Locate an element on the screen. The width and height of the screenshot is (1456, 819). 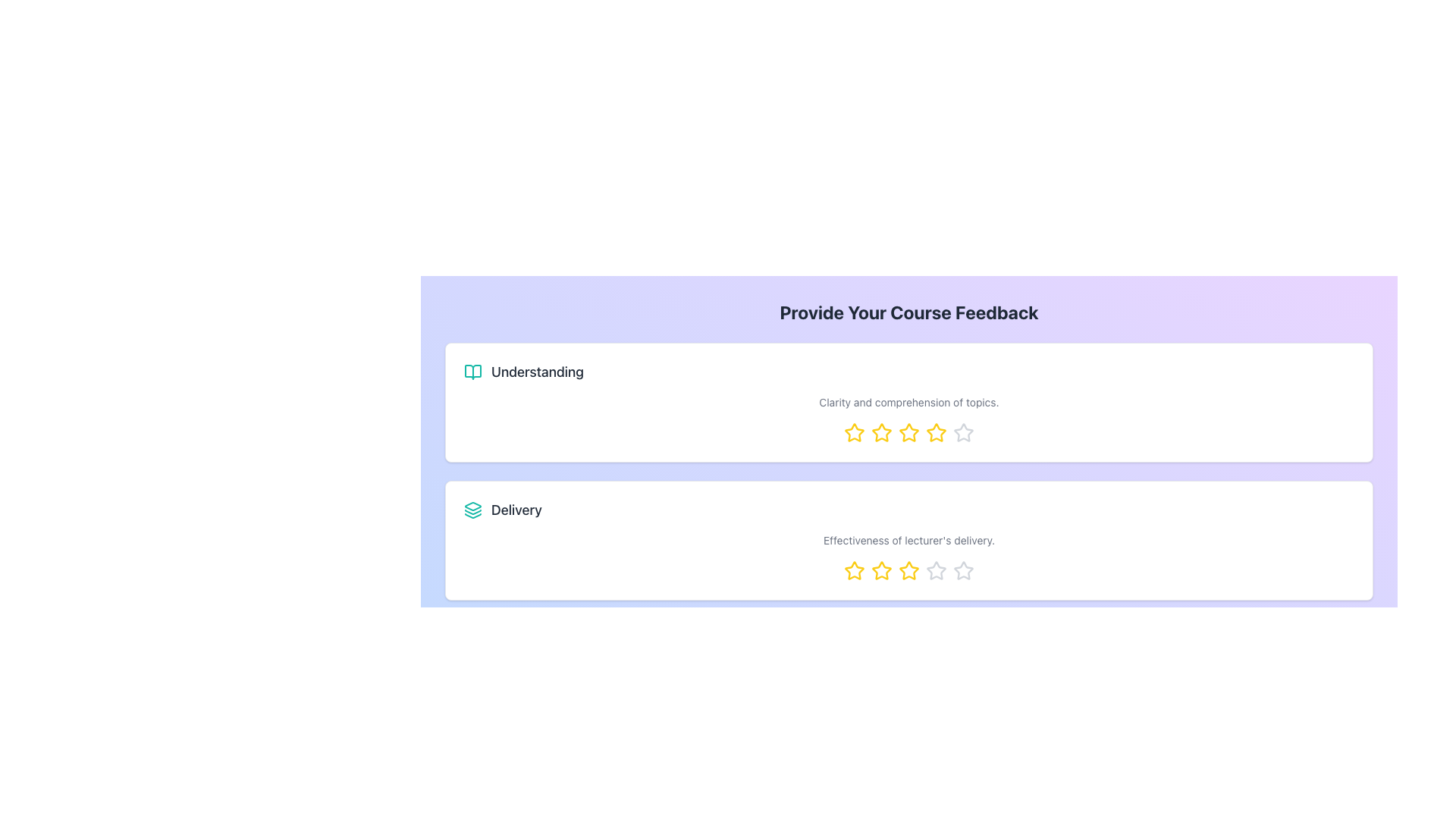
the icon composed of layered shapes in light teal green color, located next to the heading labeled 'Delivery' is located at coordinates (472, 510).